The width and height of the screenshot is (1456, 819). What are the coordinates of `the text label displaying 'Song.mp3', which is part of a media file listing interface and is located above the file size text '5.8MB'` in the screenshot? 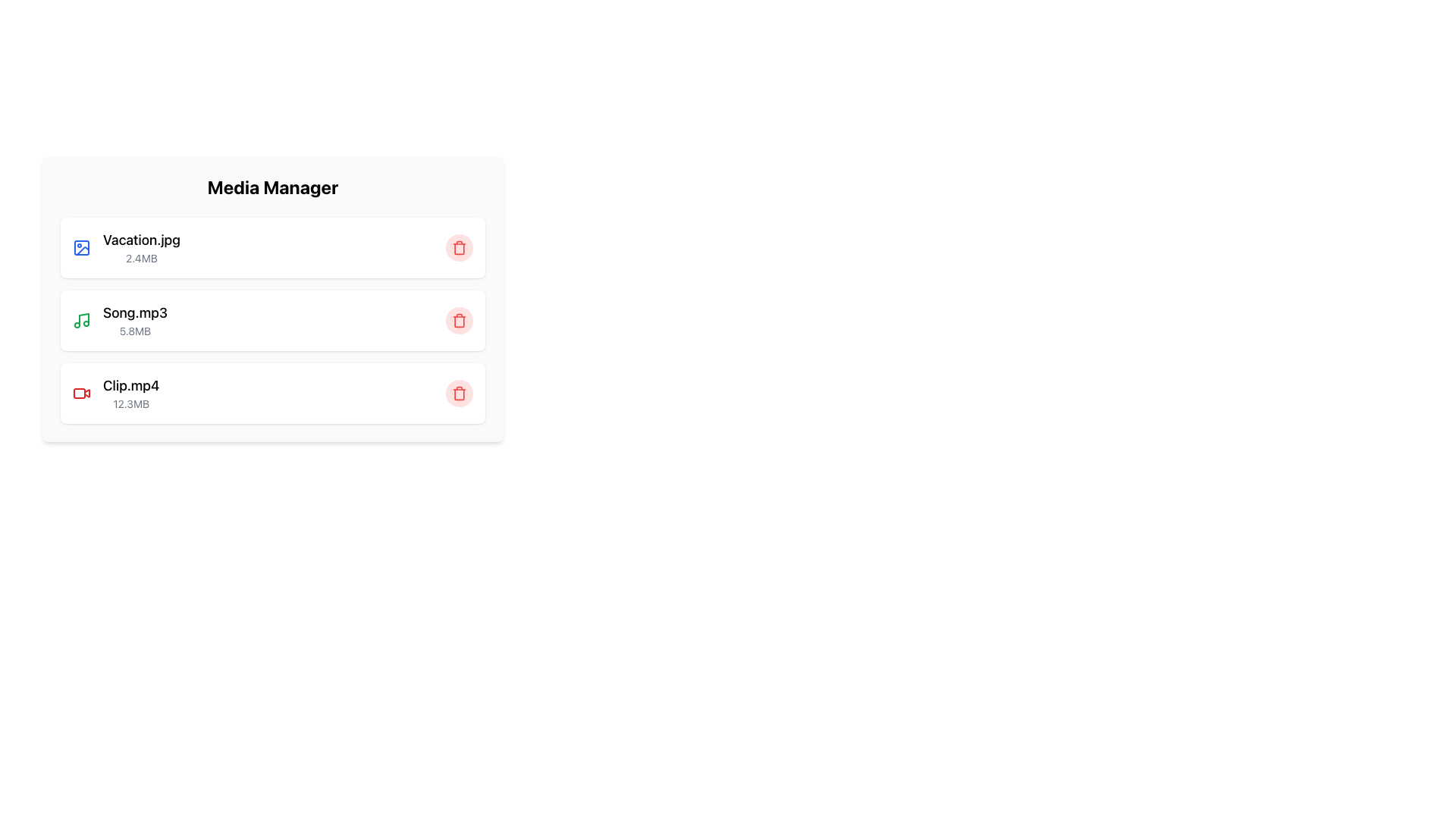 It's located at (135, 312).